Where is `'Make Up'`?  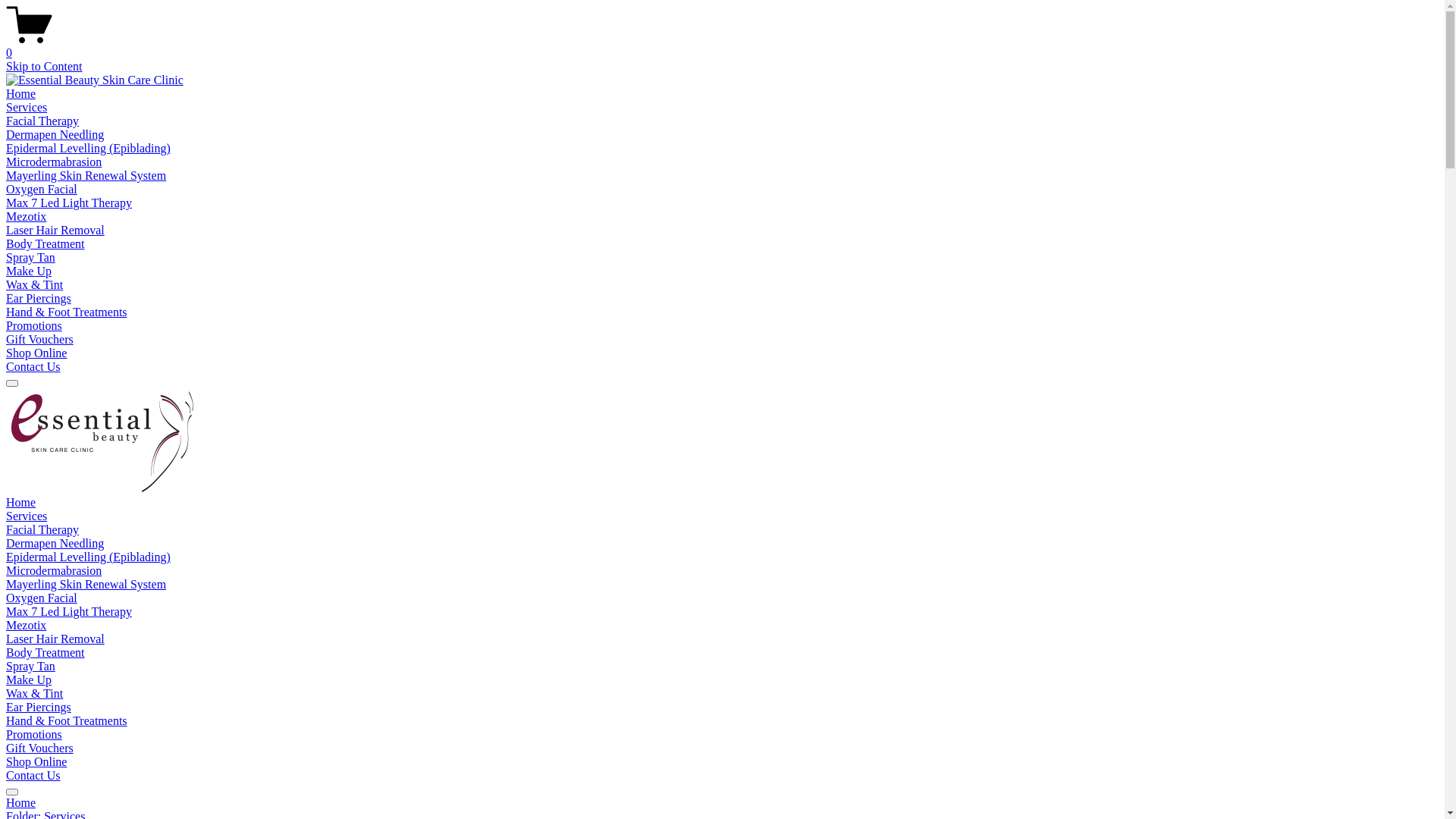 'Make Up' is located at coordinates (29, 679).